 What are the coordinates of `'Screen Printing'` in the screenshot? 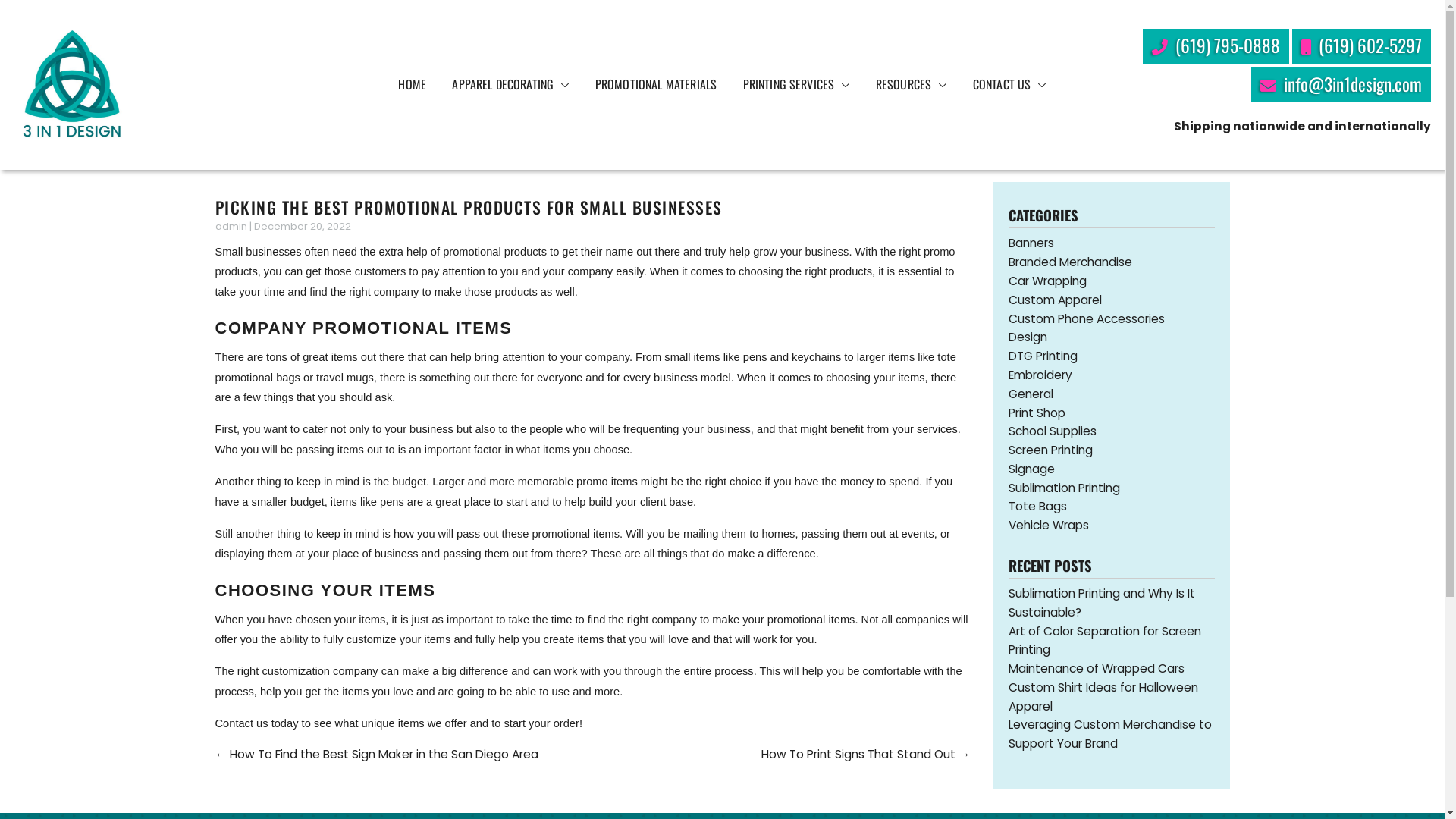 It's located at (1050, 449).